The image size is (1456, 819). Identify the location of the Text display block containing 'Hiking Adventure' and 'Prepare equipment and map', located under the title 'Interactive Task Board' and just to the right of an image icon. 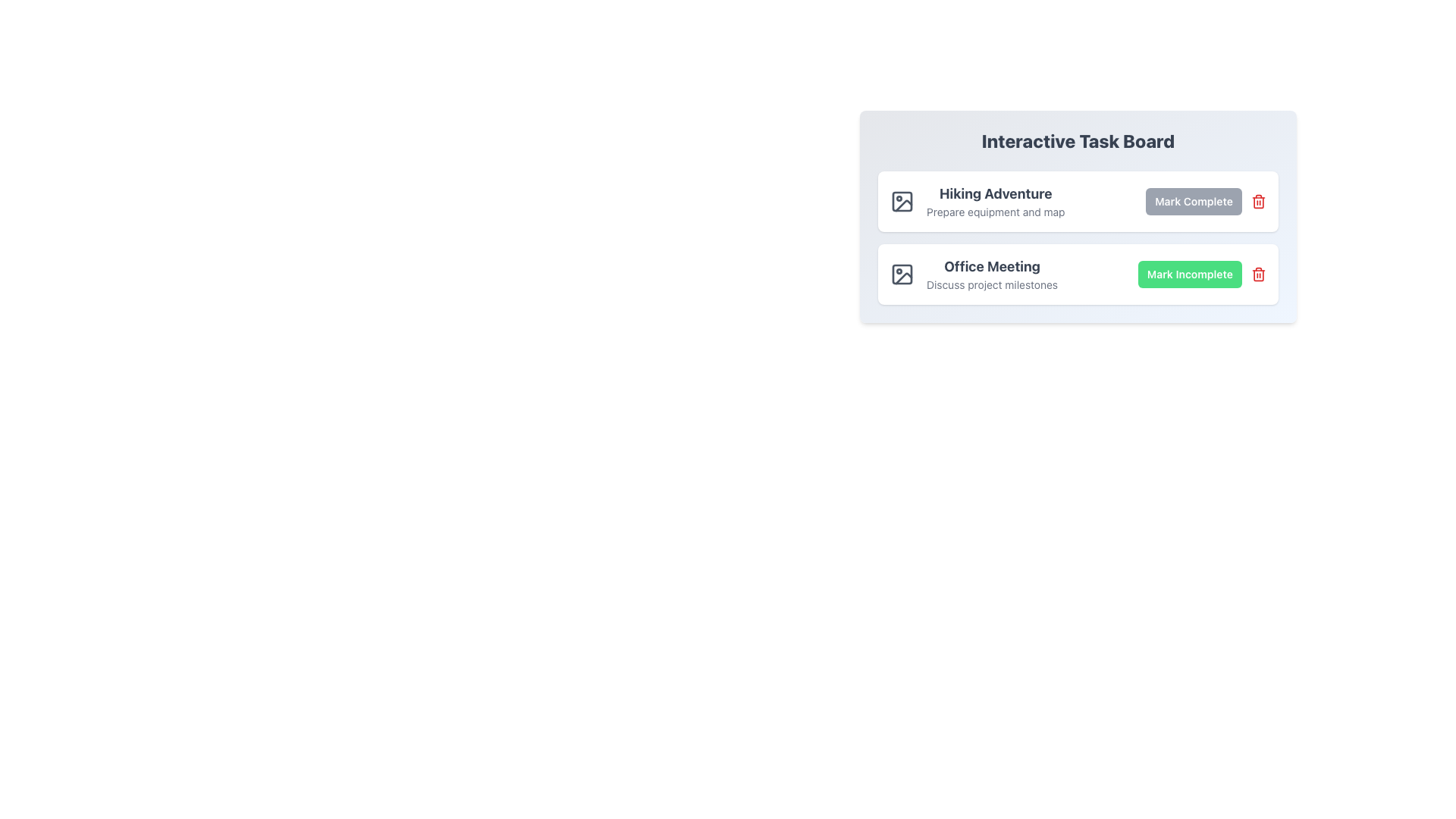
(996, 201).